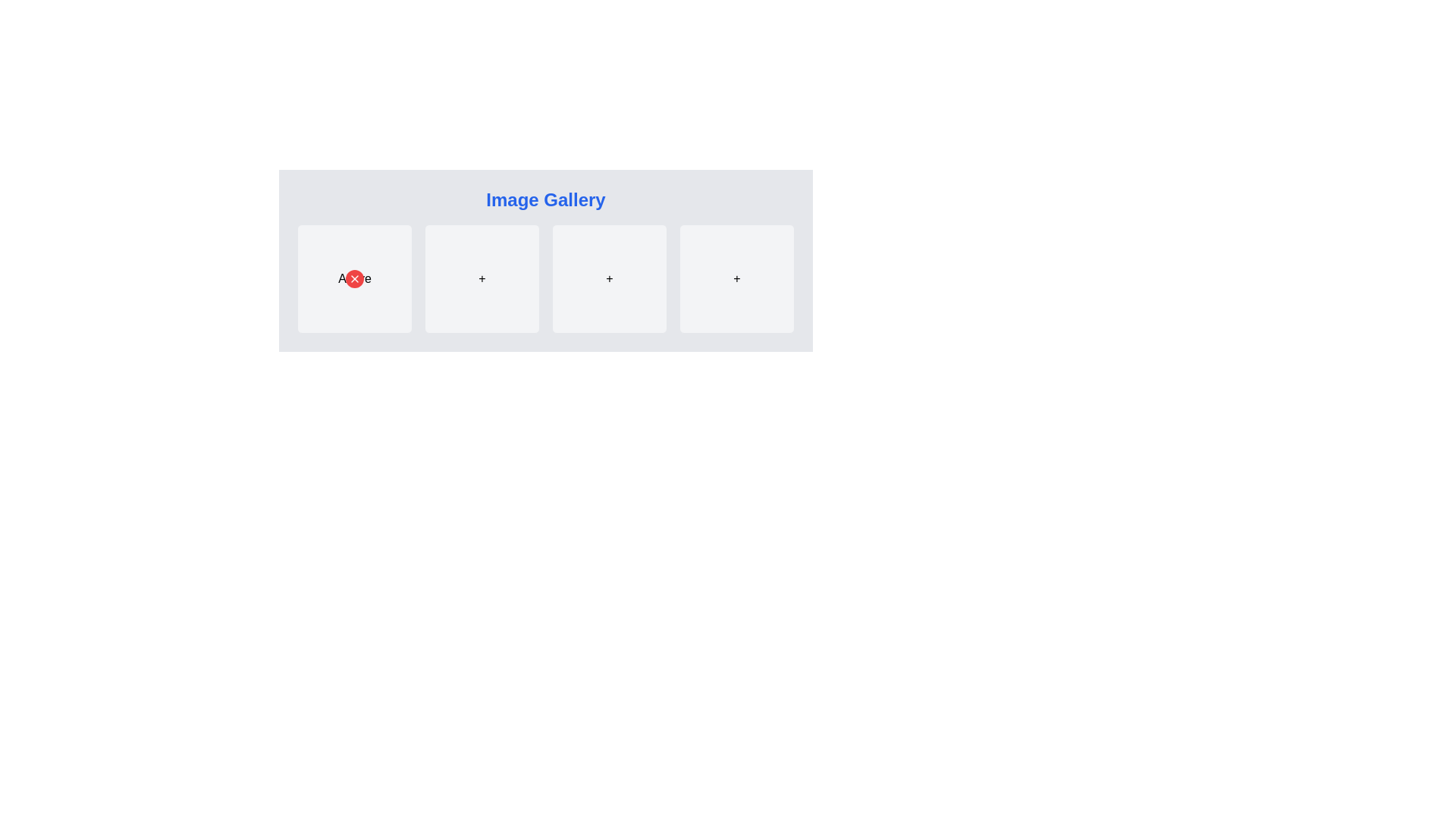 The image size is (1456, 819). Describe the element at coordinates (353, 278) in the screenshot. I see `the interactive card component located at the top-left corner of the grid layout` at that location.